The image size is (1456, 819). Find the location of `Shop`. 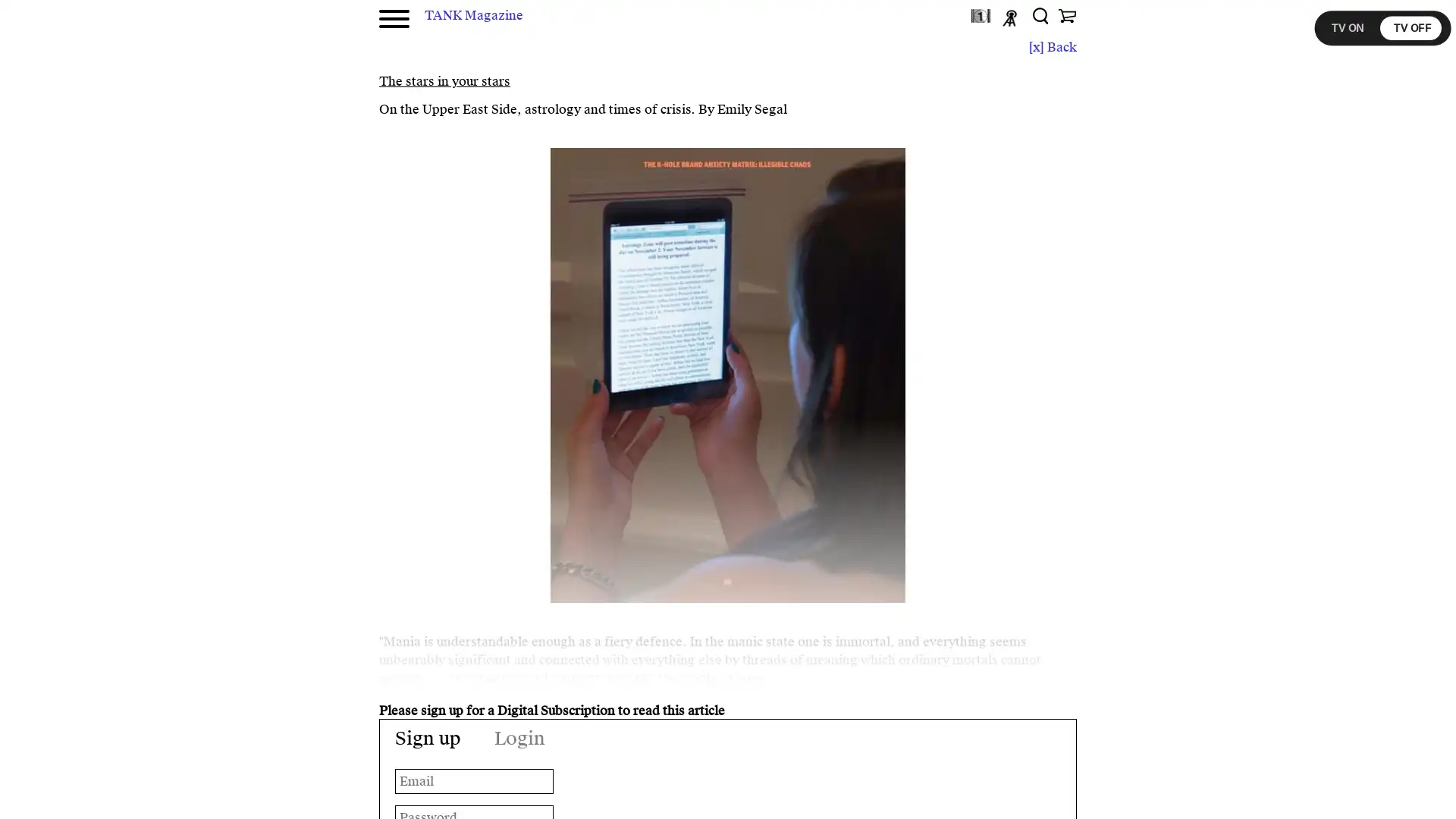

Shop is located at coordinates (1066, 15).